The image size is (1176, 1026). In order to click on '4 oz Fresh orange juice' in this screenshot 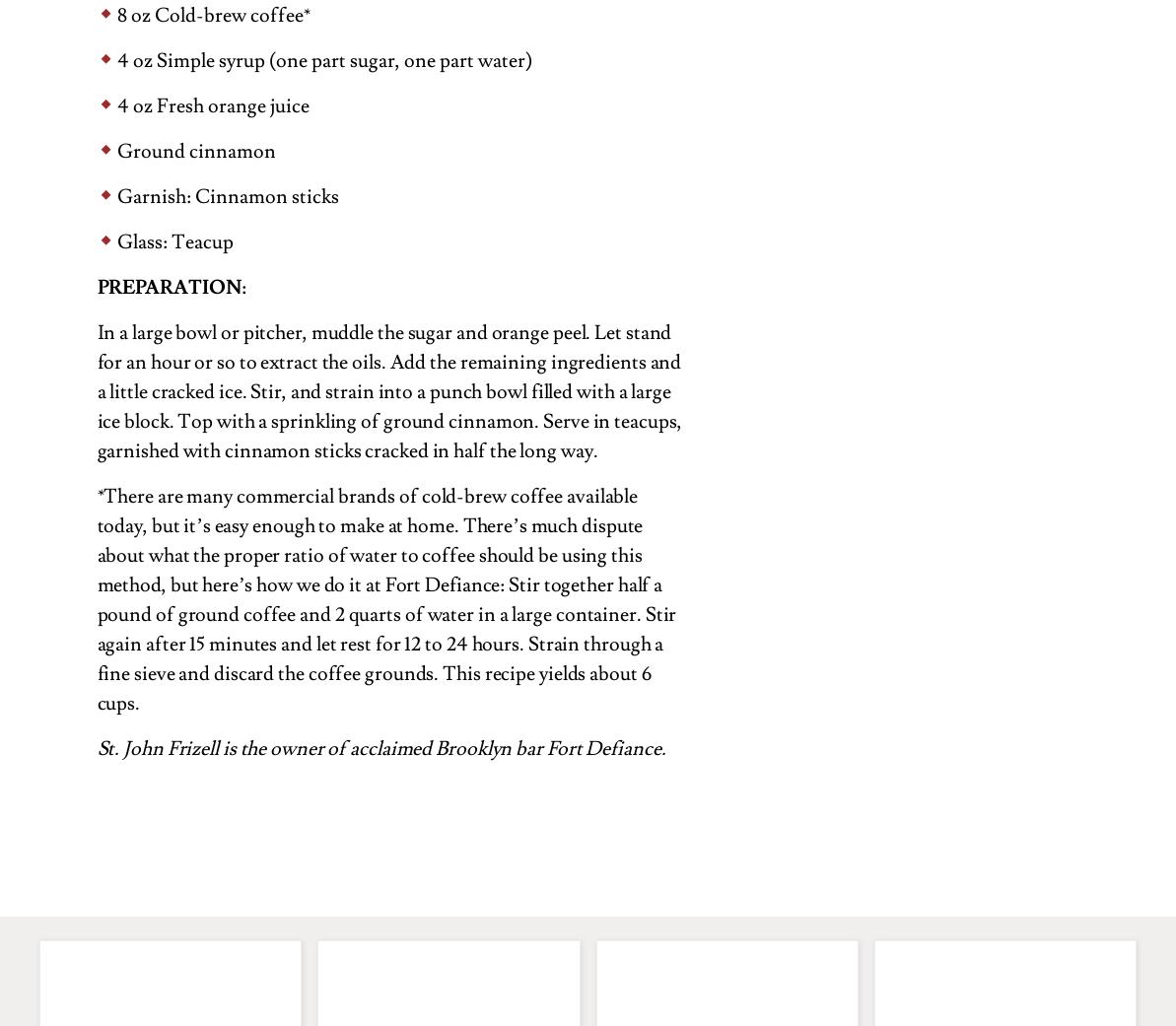, I will do `click(211, 105)`.